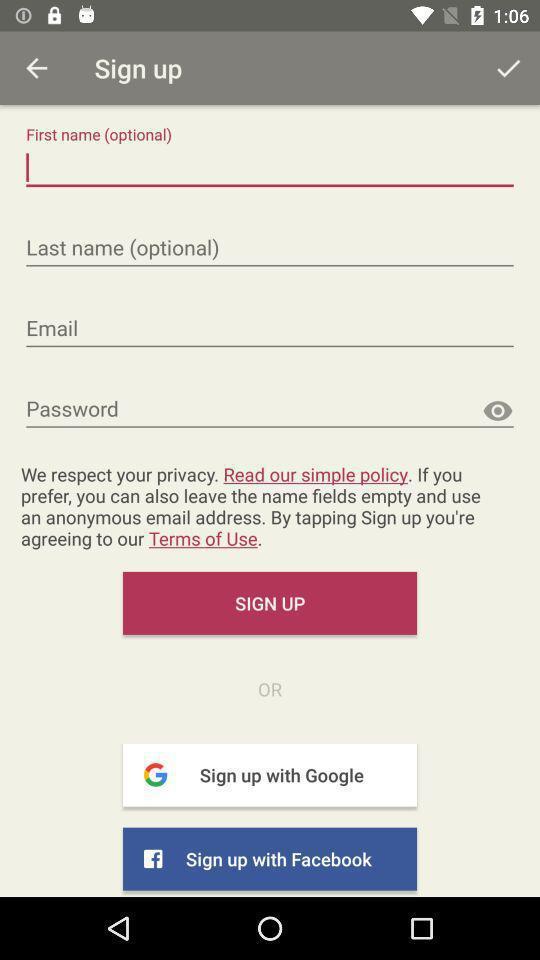 Image resolution: width=540 pixels, height=960 pixels. I want to click on the visibility icon, so click(496, 410).